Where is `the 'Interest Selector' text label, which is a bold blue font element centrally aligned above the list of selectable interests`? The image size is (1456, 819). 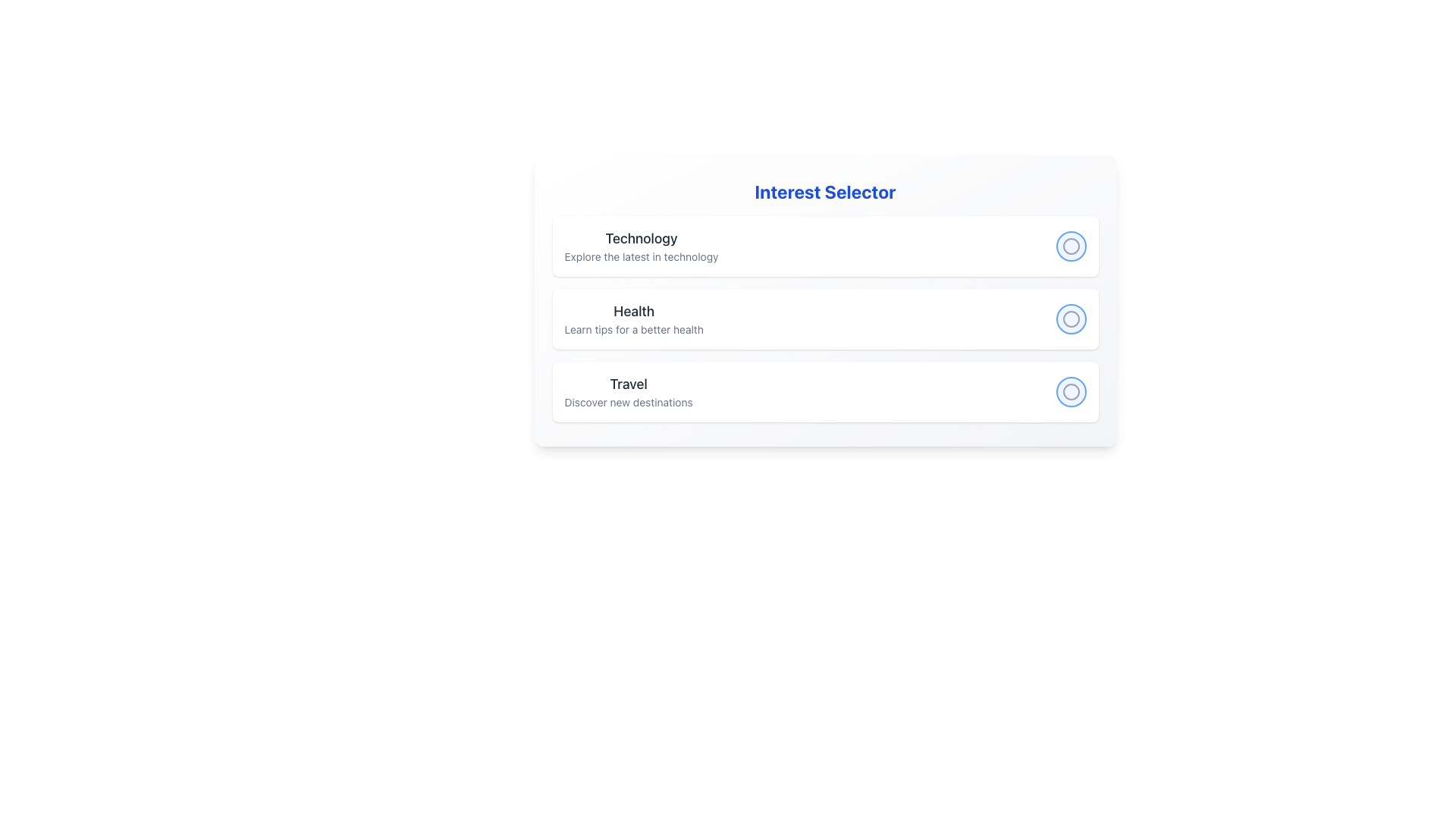 the 'Interest Selector' text label, which is a bold blue font element centrally aligned above the list of selectable interests is located at coordinates (824, 191).